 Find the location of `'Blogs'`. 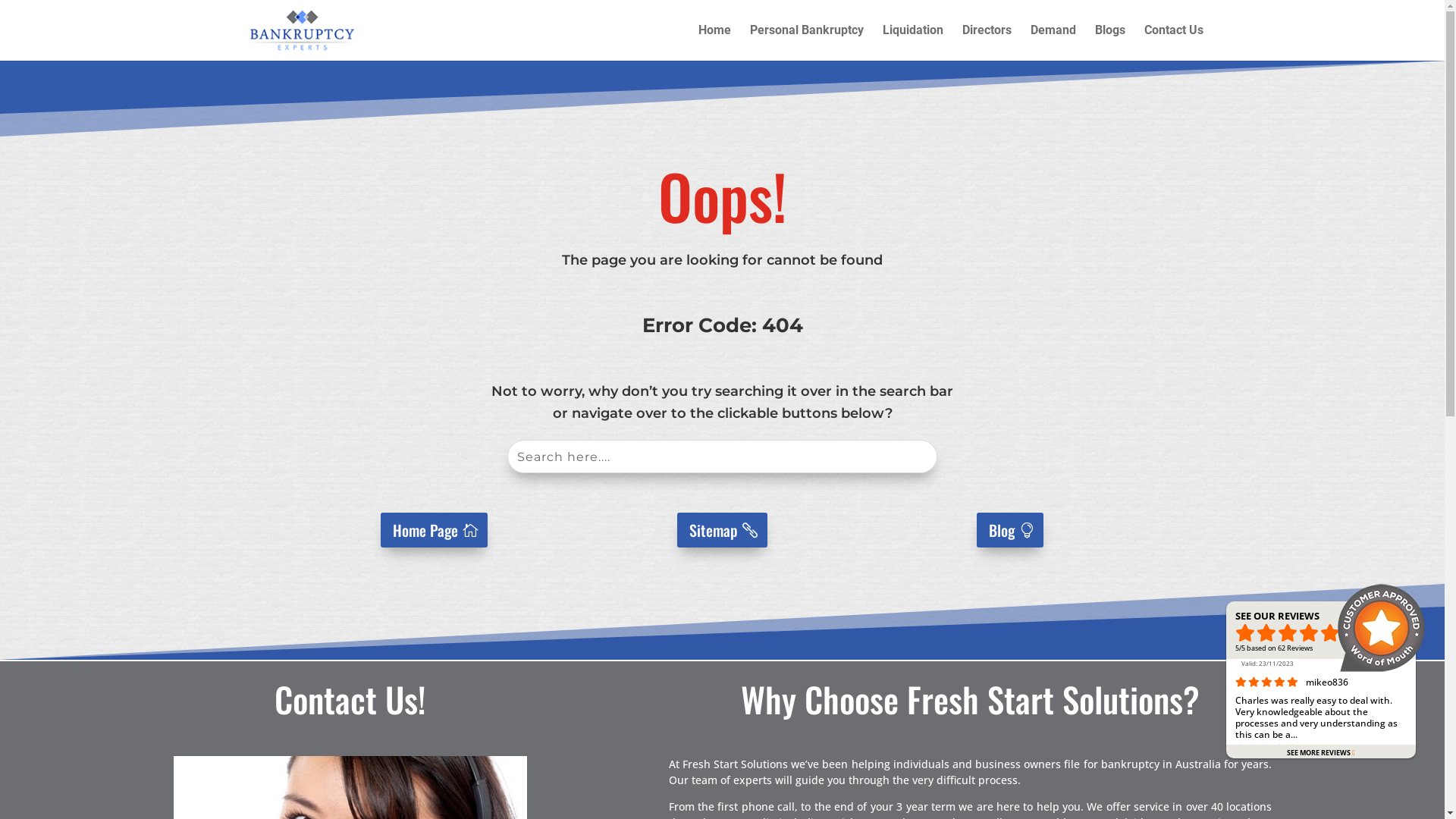

'Blogs' is located at coordinates (1110, 42).